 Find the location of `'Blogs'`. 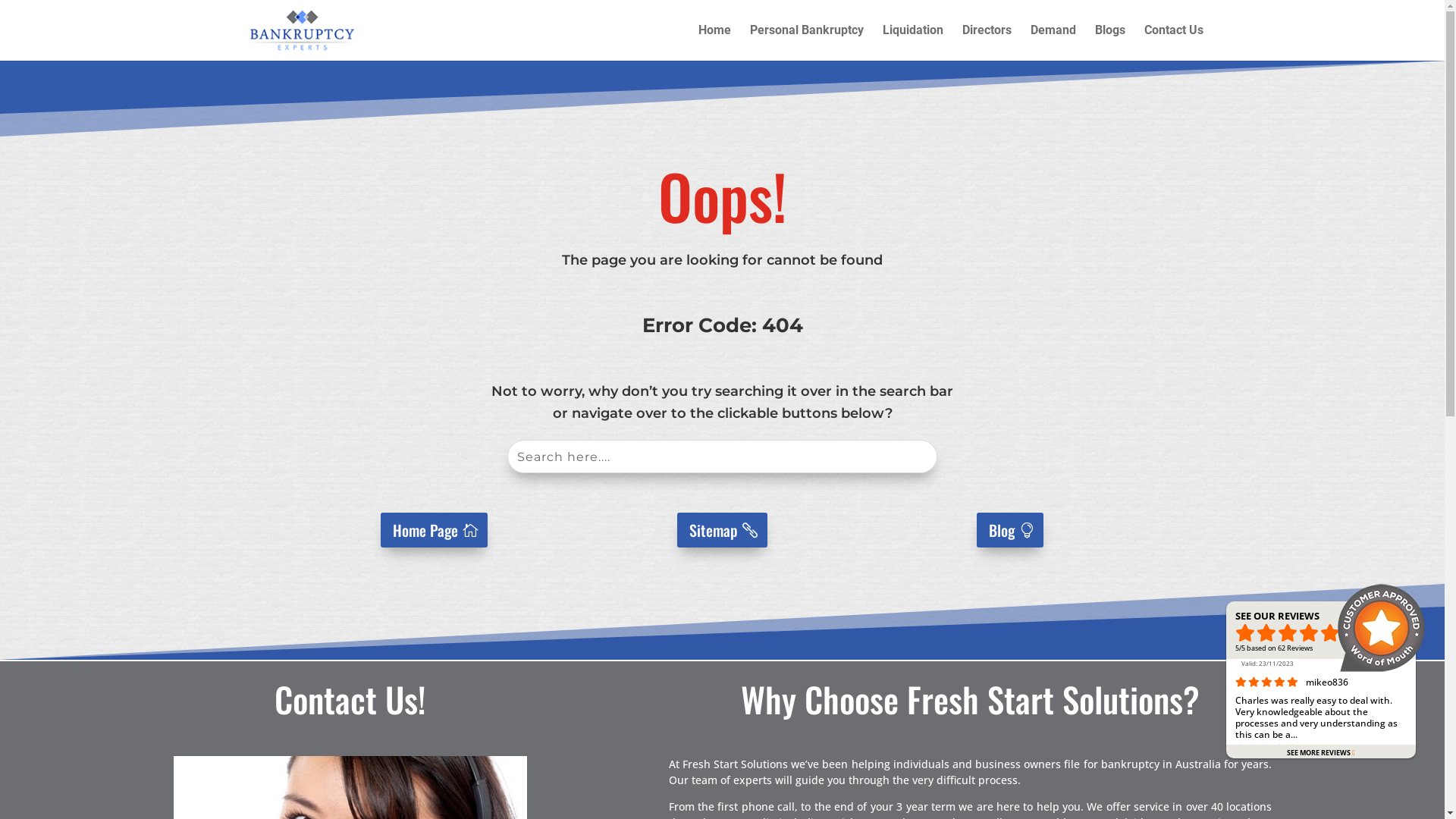

'Blogs' is located at coordinates (1110, 42).